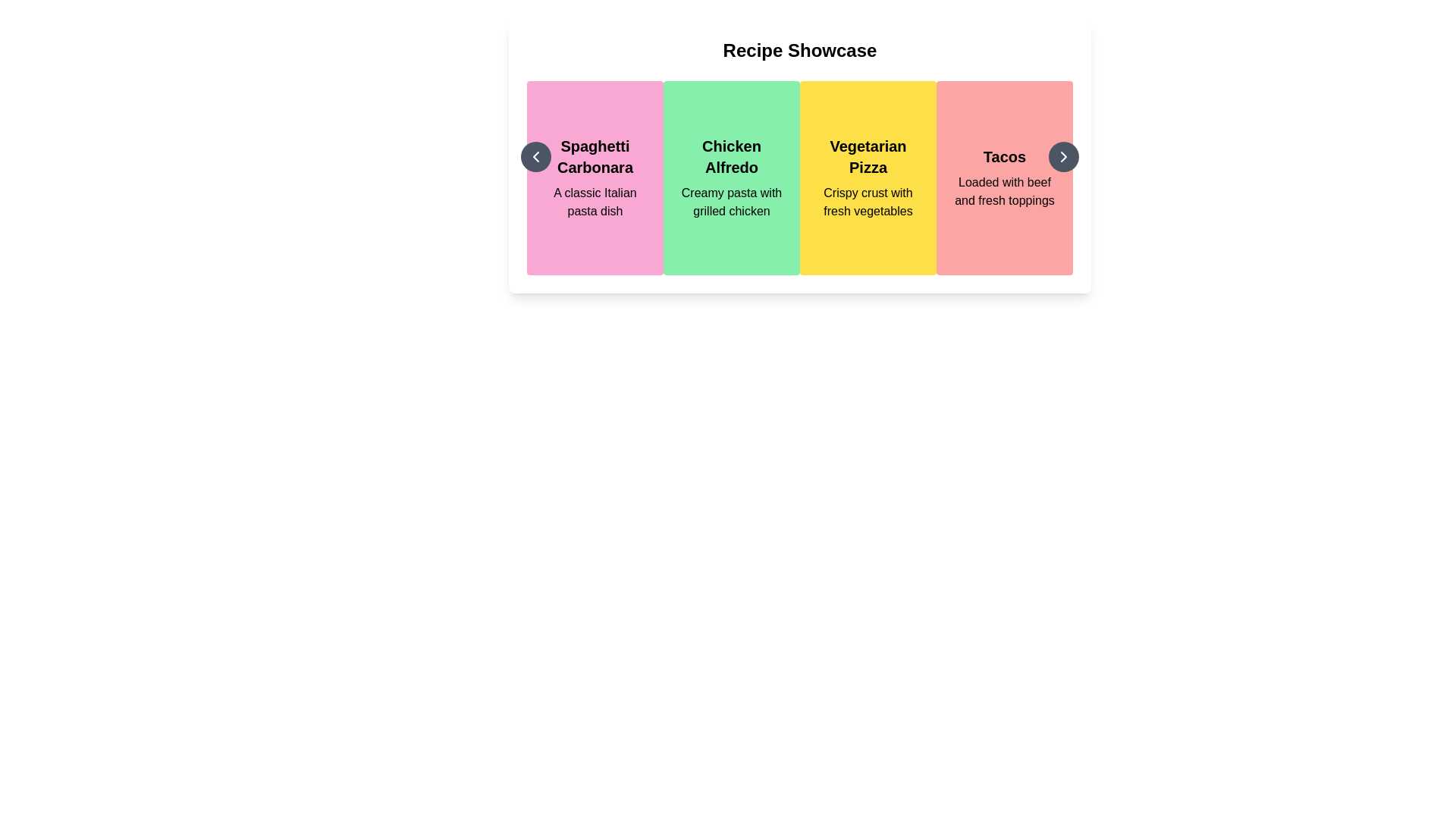 This screenshot has height=819, width=1456. I want to click on the rightward chevron icon located within the SVG group on the right side of the 'Tacos' card, so click(1062, 157).